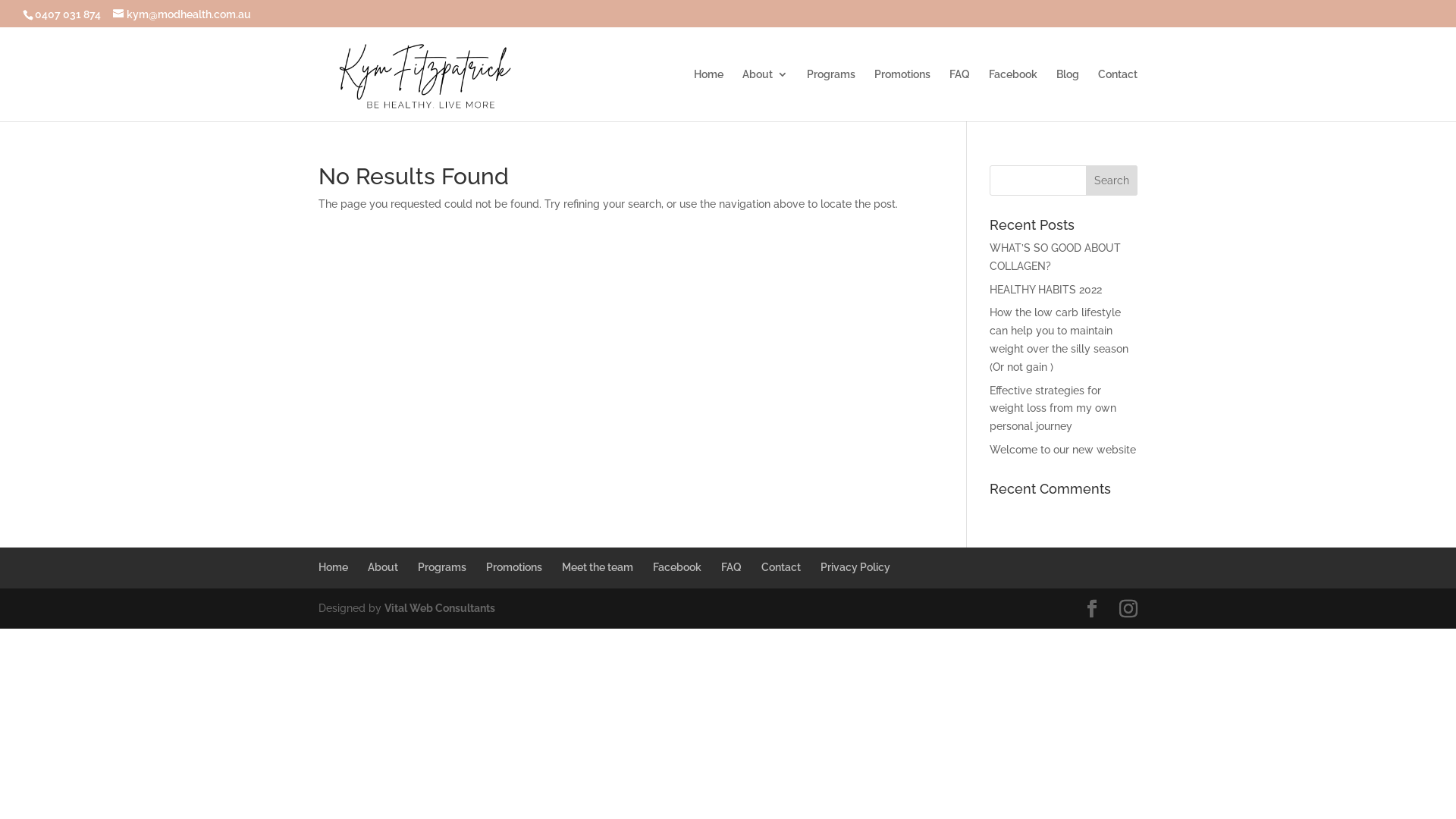 The width and height of the screenshot is (1456, 819). Describe the element at coordinates (830, 95) in the screenshot. I see `'Programs'` at that location.